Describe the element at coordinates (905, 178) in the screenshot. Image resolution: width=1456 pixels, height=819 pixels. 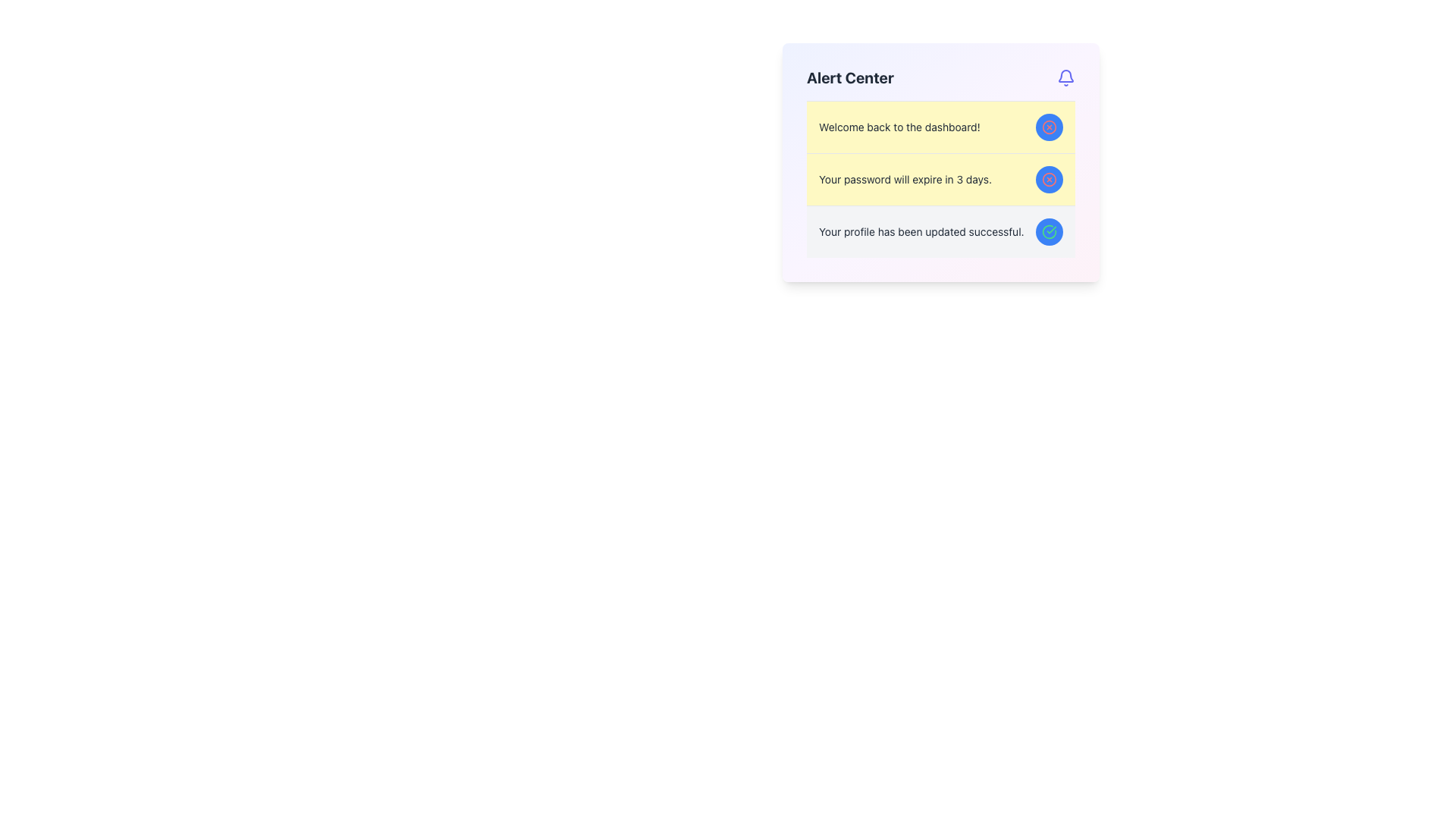
I see `the informational text label about password expiration, located within the light yellow notification box in the 'Alert Center' section` at that location.